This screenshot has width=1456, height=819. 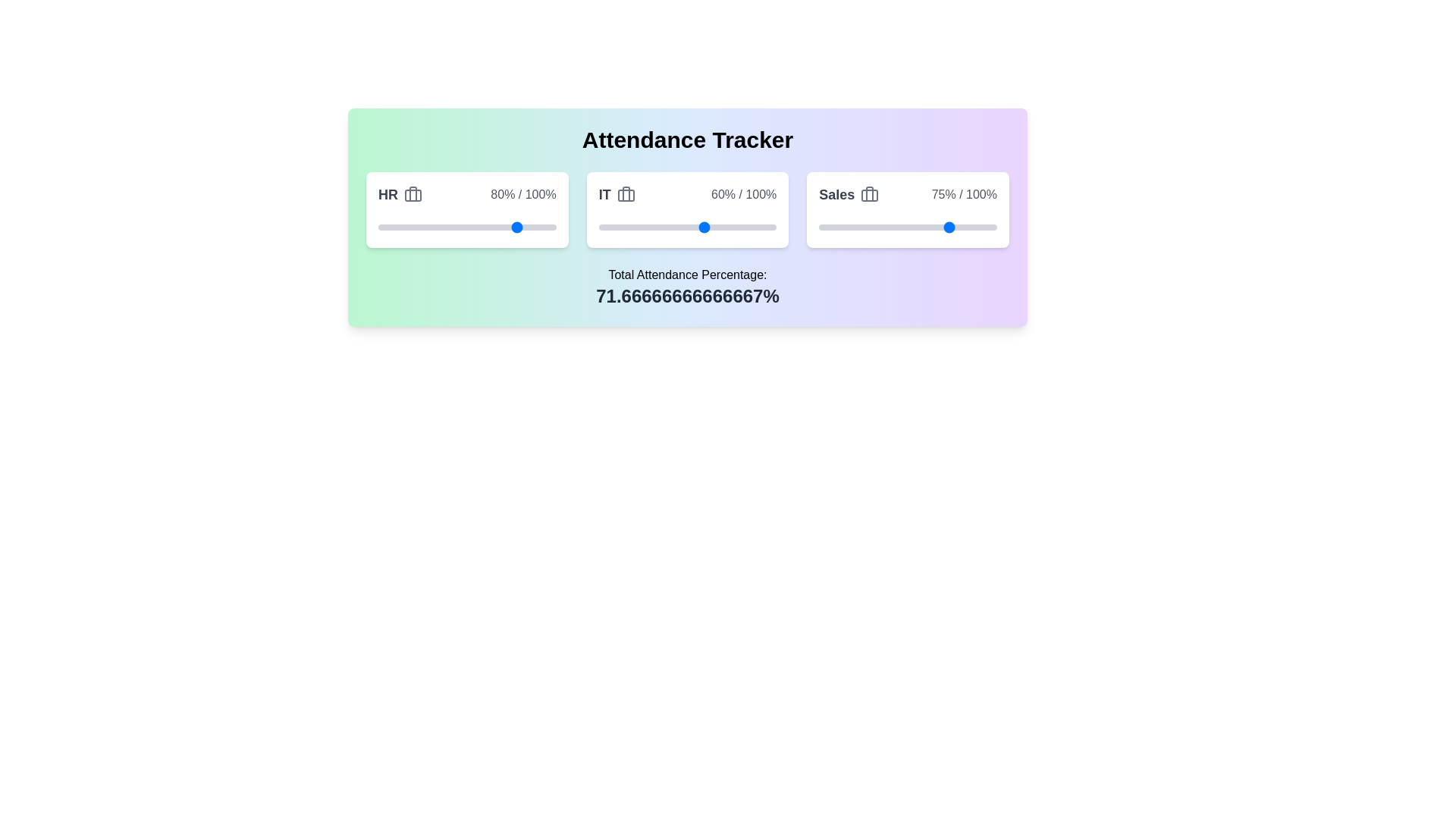 I want to click on the IT attendance slider, so click(x=699, y=227).